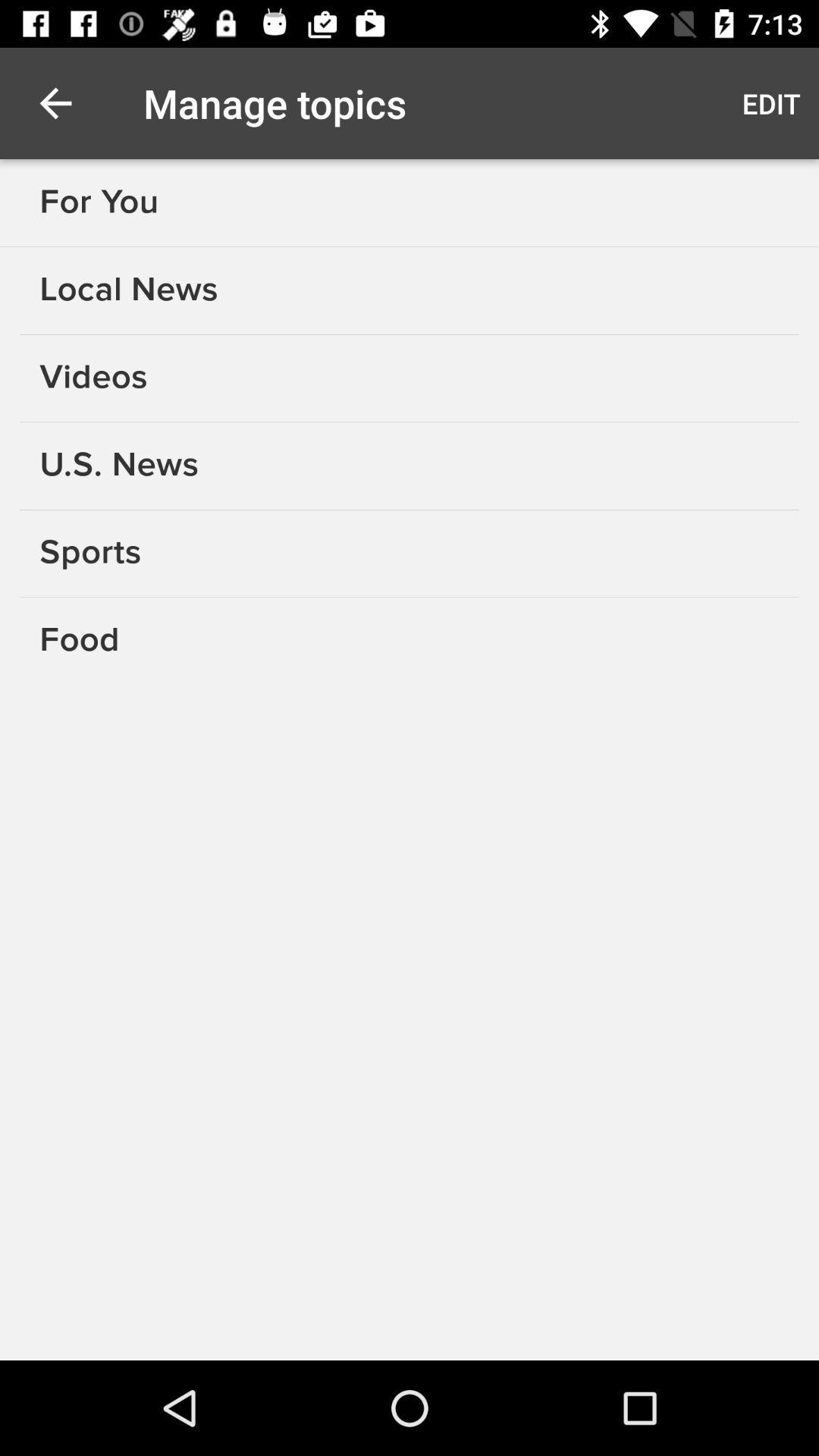 The height and width of the screenshot is (1456, 819). What do you see at coordinates (55, 102) in the screenshot?
I see `icon next to manage topics icon` at bounding box center [55, 102].